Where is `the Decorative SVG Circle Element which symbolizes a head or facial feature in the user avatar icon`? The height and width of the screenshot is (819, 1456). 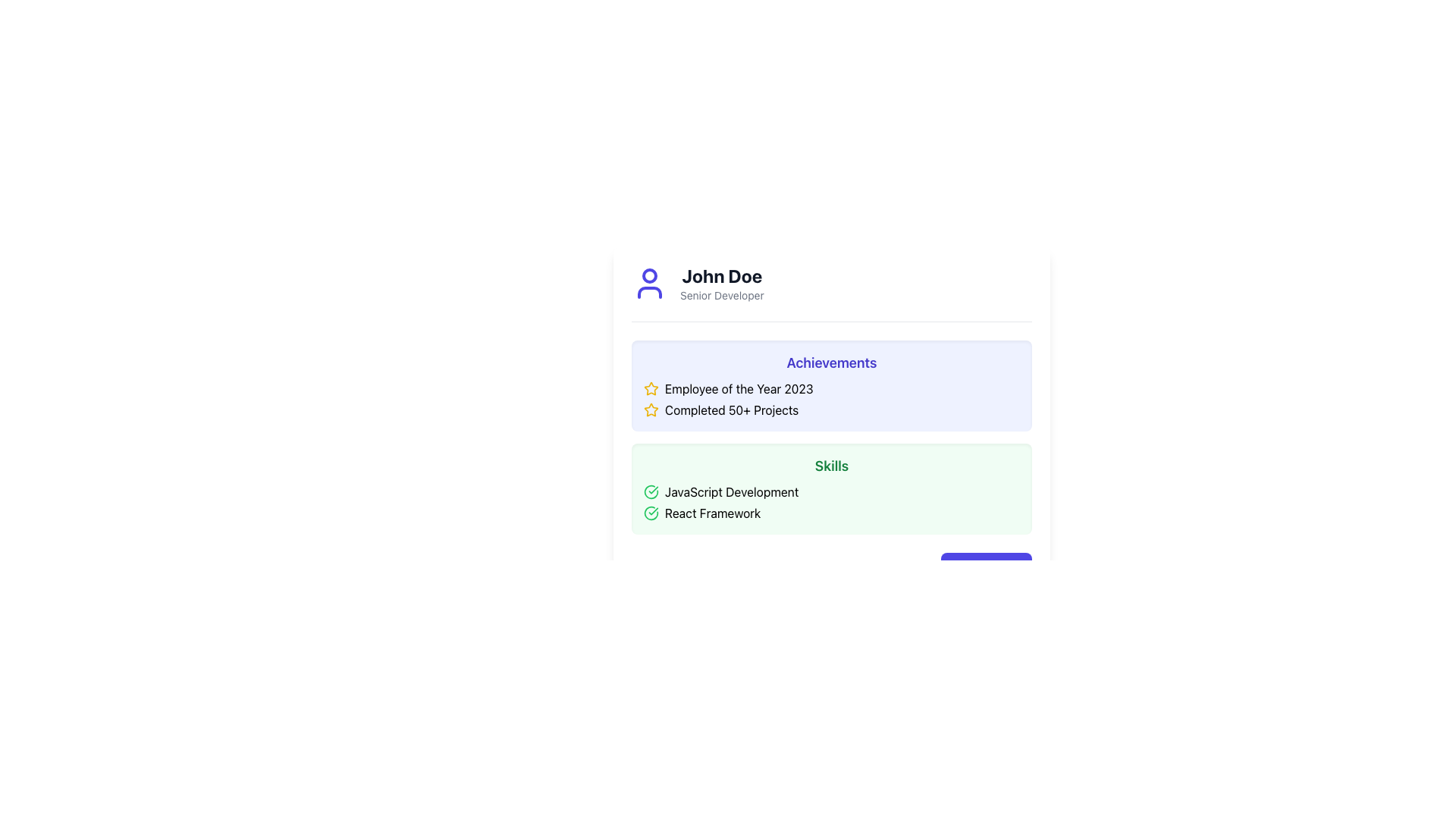 the Decorative SVG Circle Element which symbolizes a head or facial feature in the user avatar icon is located at coordinates (650, 275).